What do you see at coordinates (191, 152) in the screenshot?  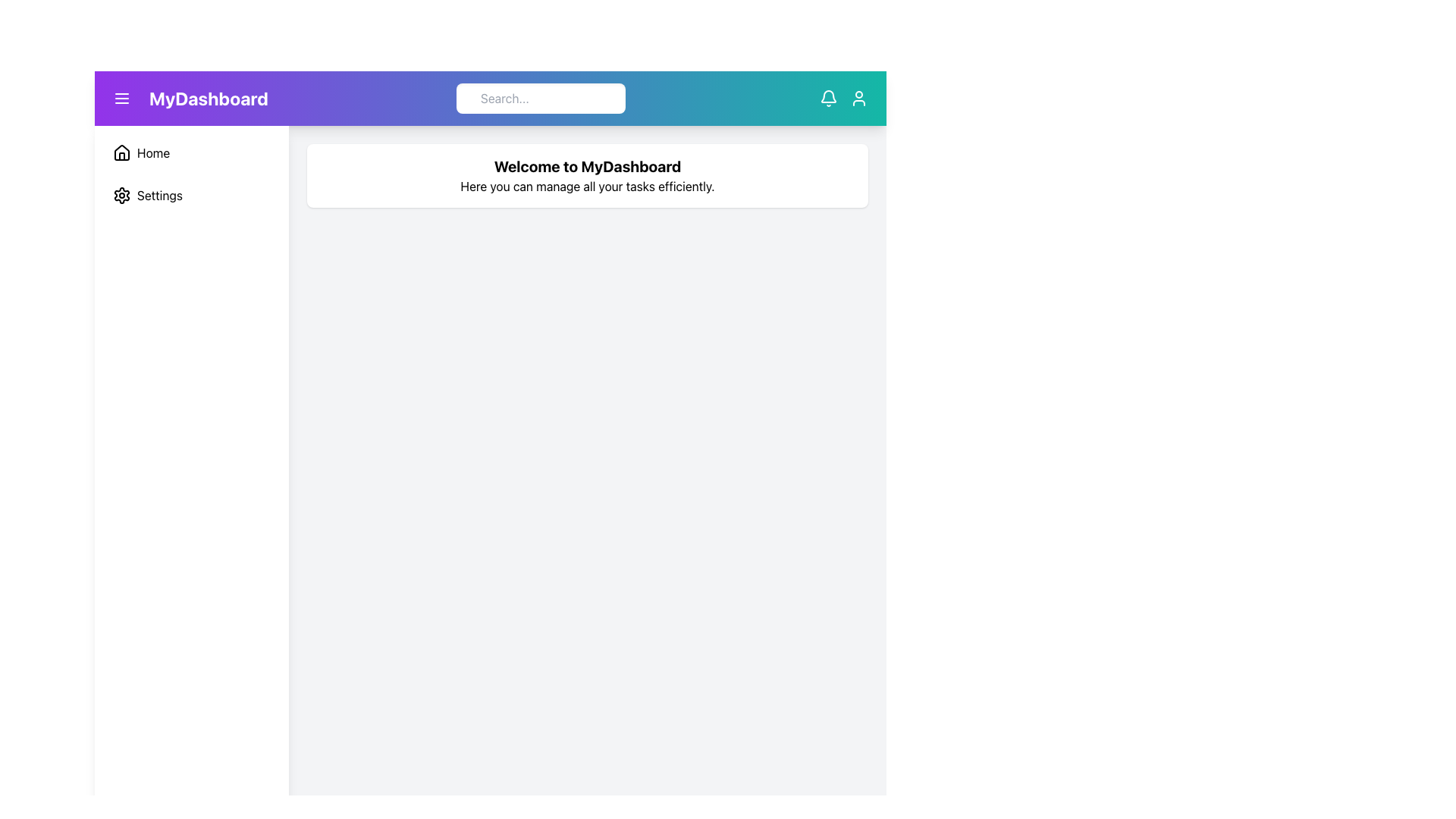 I see `the 'Home' navigation button located at the top-left section of the interface` at bounding box center [191, 152].